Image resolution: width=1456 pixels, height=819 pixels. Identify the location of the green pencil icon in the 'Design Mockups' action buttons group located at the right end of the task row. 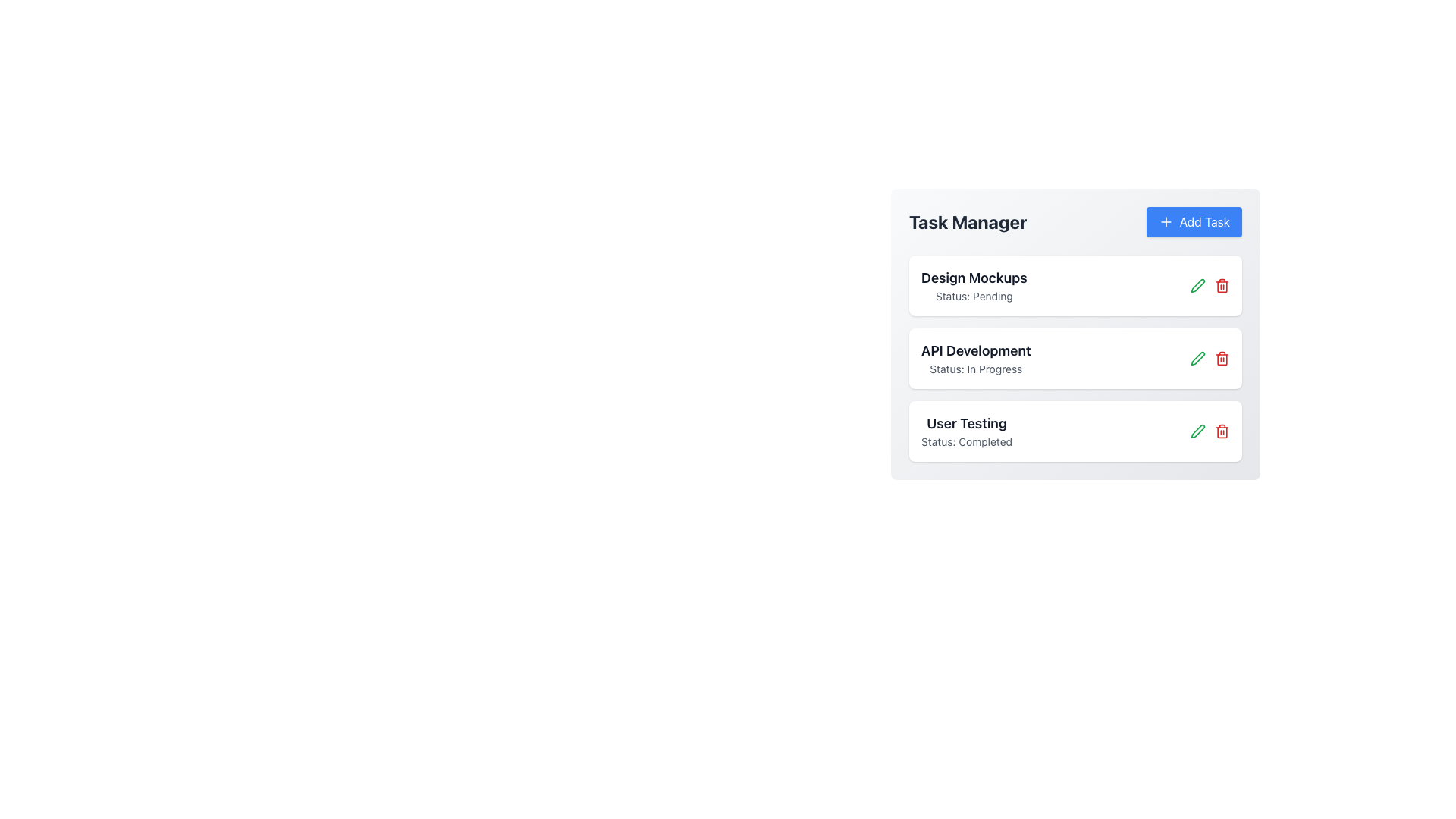
(1210, 286).